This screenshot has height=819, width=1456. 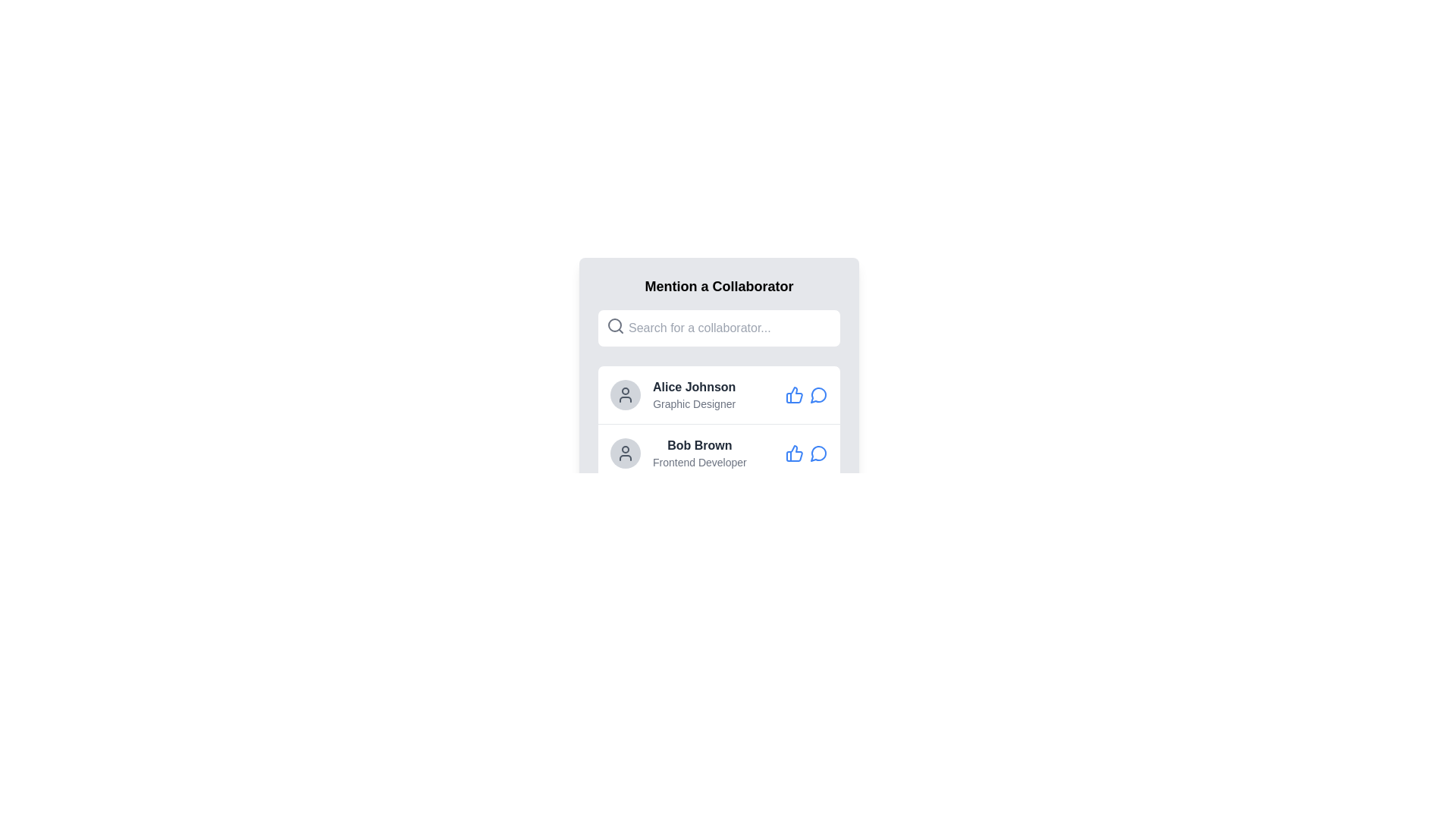 I want to click on the interactive icon that initiates or views comments related to the 'Bob Brown' entry, which is the second icon in a right-aligned group next to the thumbs-up icon, so click(x=818, y=452).